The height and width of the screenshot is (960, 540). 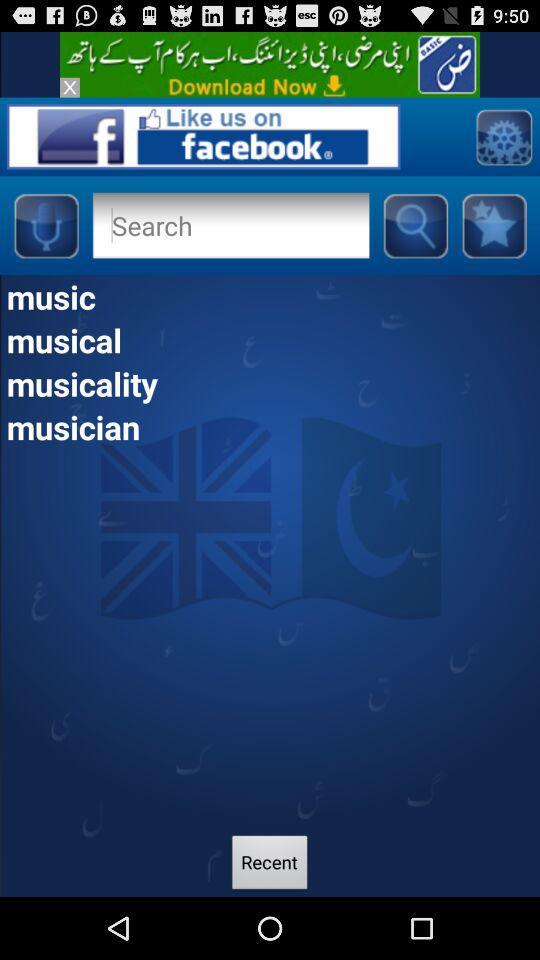 What do you see at coordinates (68, 87) in the screenshot?
I see `exit button` at bounding box center [68, 87].